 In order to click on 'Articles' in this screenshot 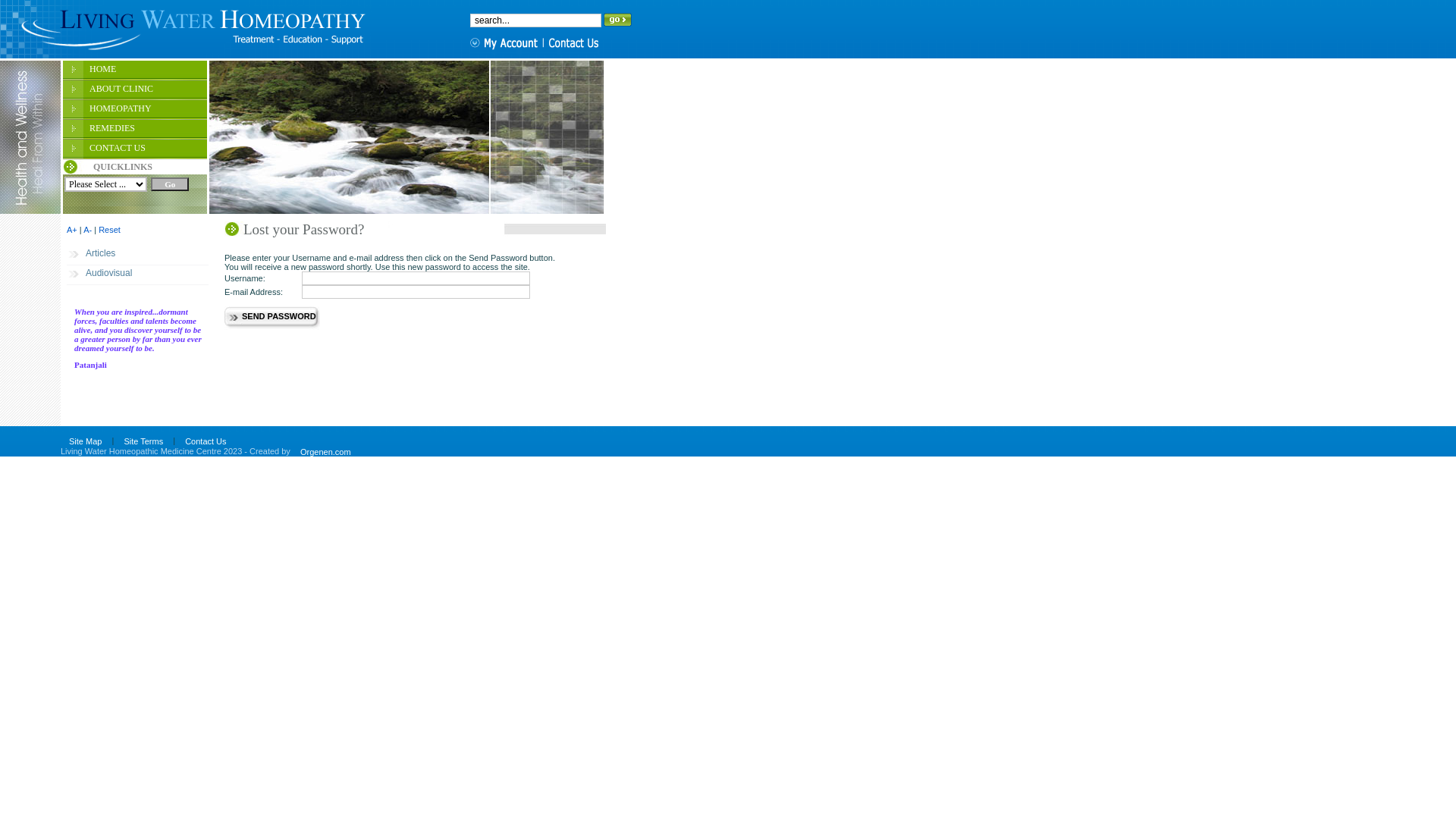, I will do `click(137, 254)`.